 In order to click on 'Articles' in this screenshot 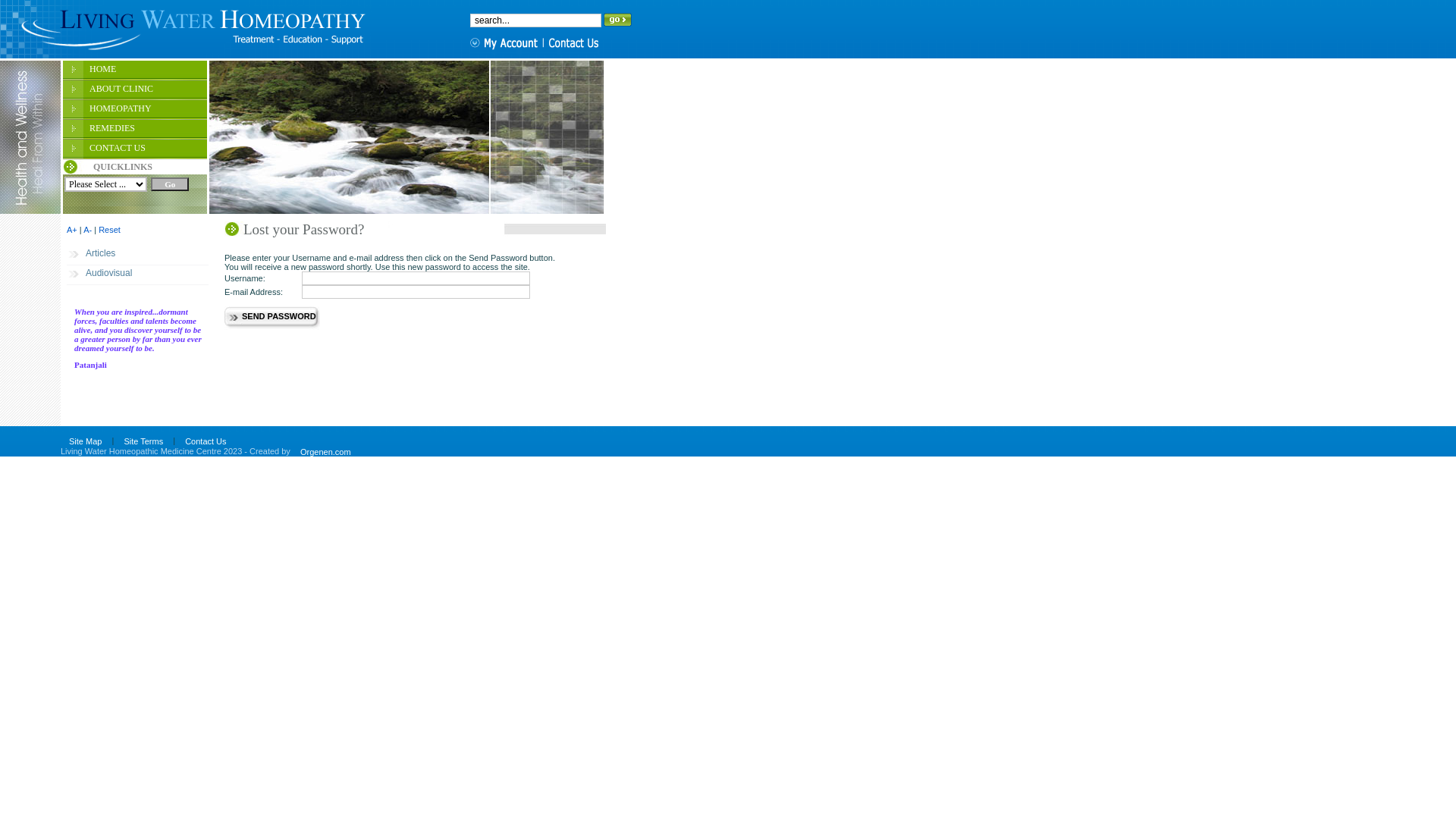, I will do `click(137, 254)`.